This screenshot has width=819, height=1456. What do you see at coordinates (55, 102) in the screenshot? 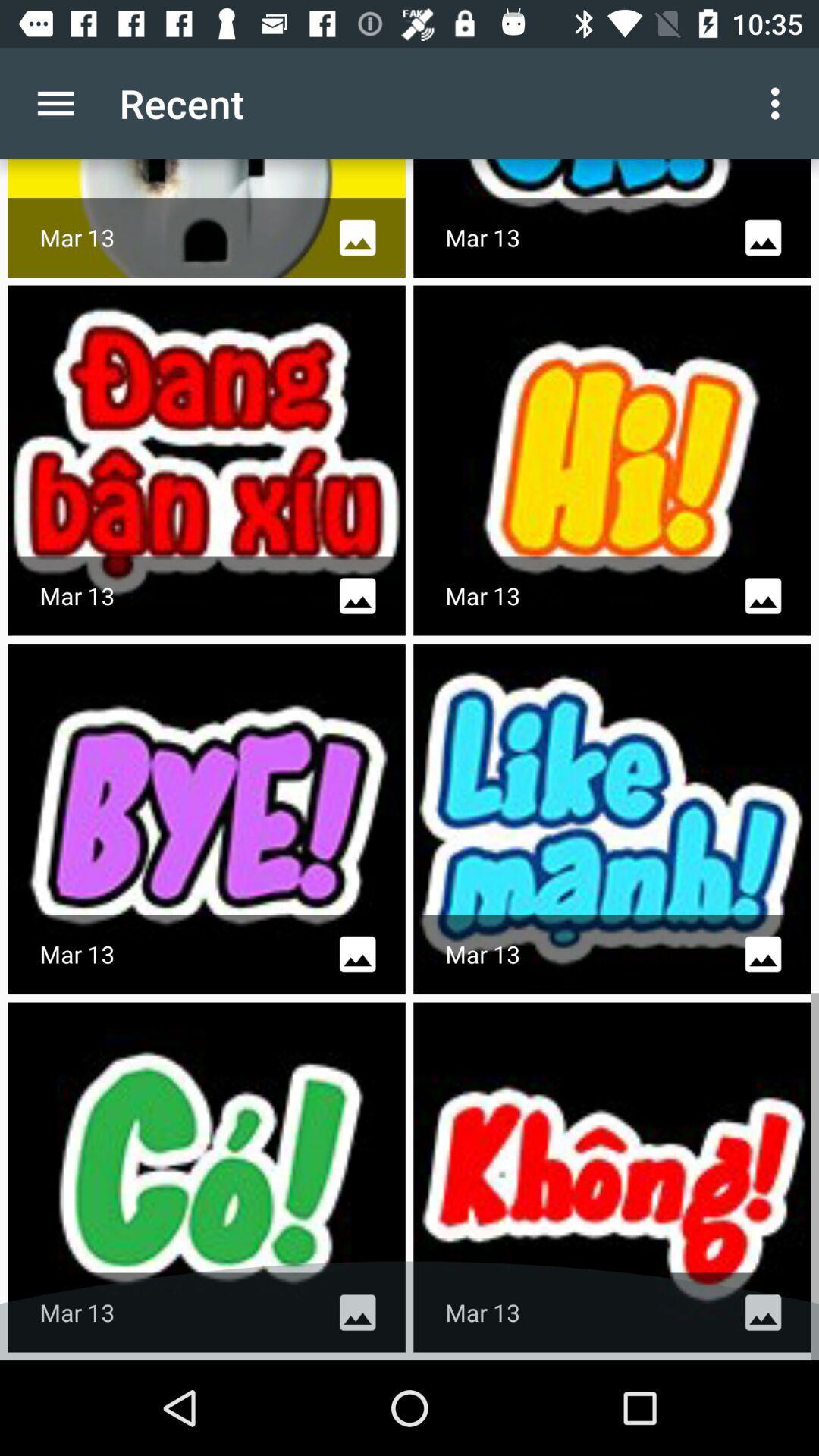
I see `the icon next to recent icon` at bounding box center [55, 102].